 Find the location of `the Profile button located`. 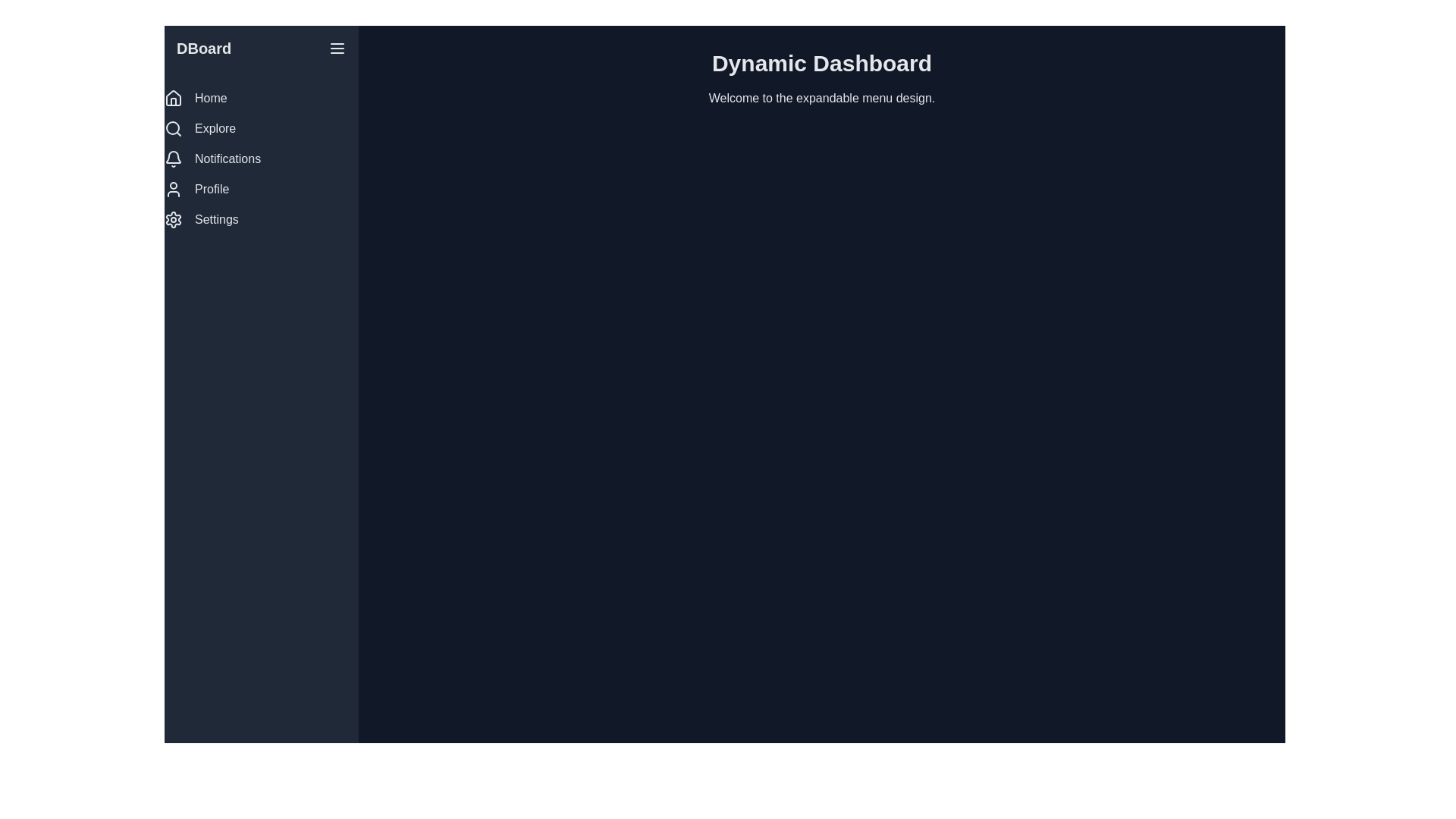

the Profile button located is located at coordinates (262, 189).